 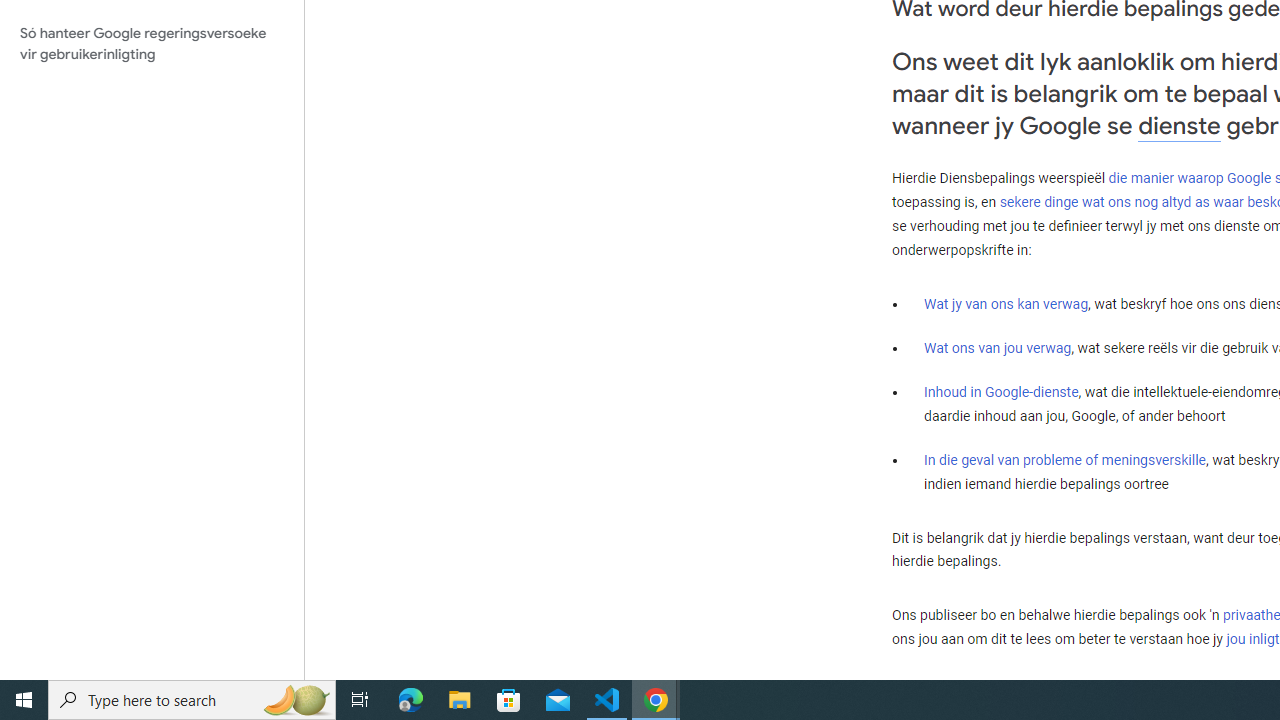 What do you see at coordinates (998, 347) in the screenshot?
I see `'Wat ons van jou verwag'` at bounding box center [998, 347].